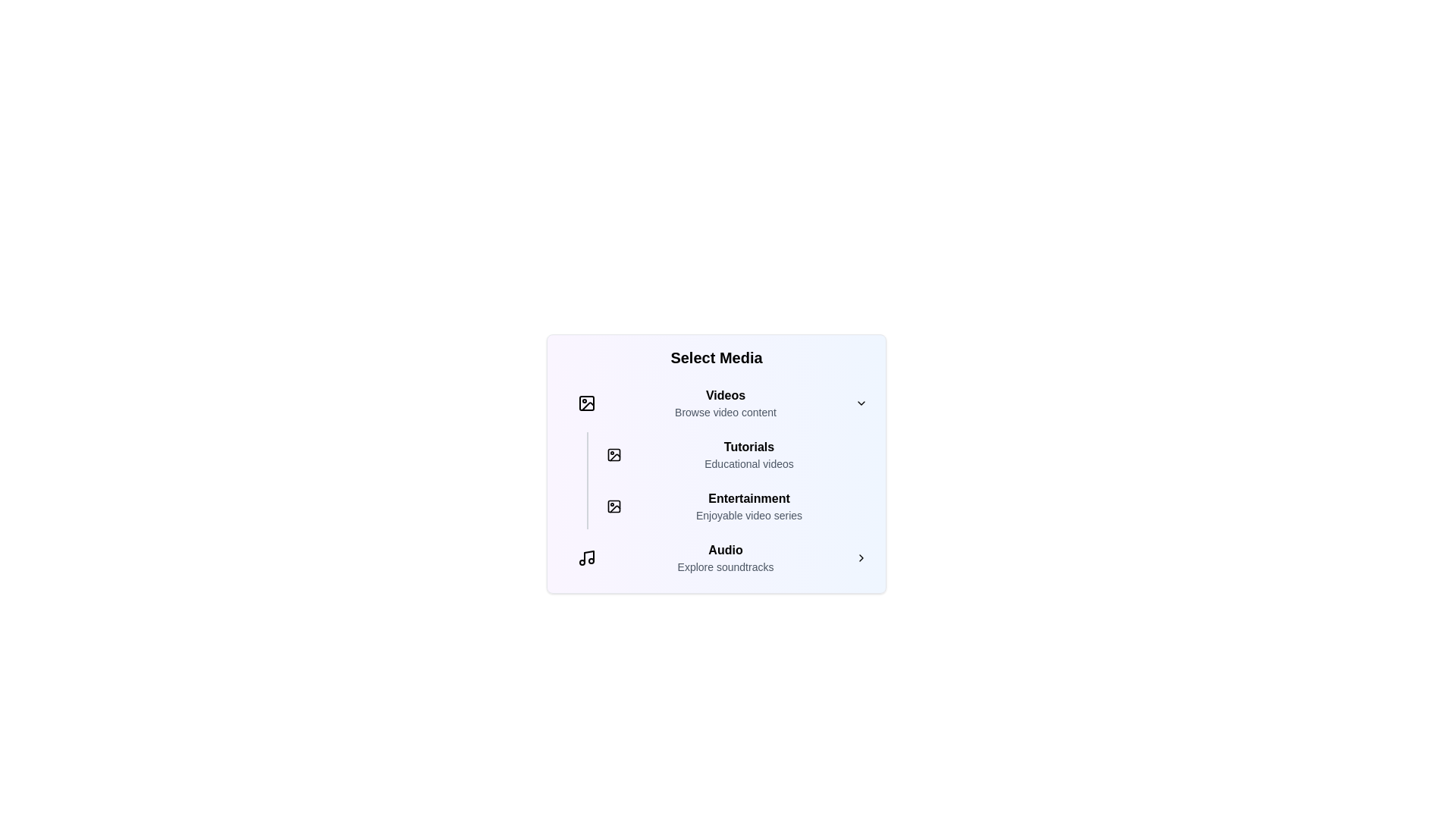  What do you see at coordinates (730, 480) in the screenshot?
I see `the icons in the 'Tutorials' and 'Entertainment' grouped list item for additional options` at bounding box center [730, 480].